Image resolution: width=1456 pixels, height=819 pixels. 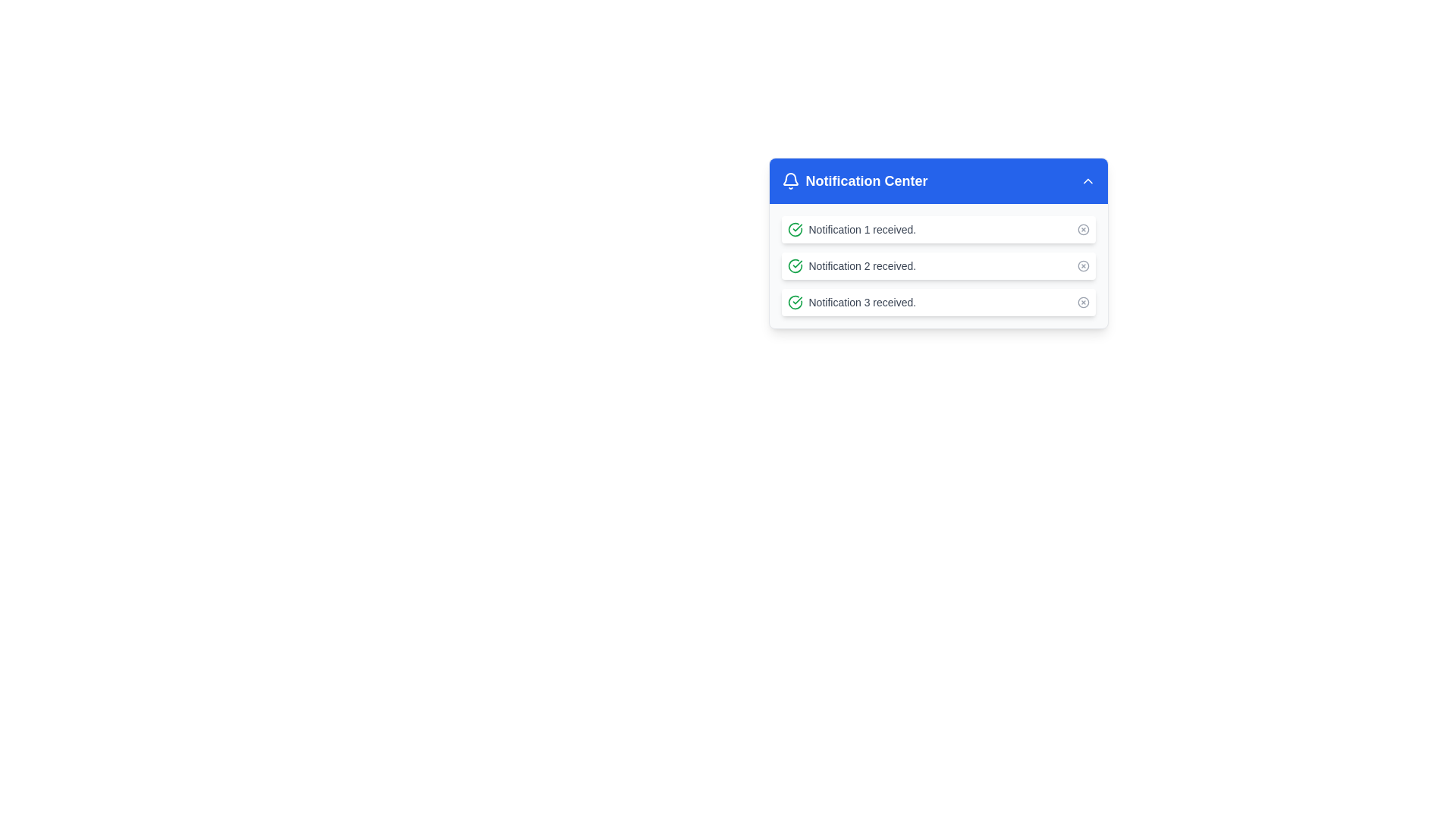 What do you see at coordinates (1087, 180) in the screenshot?
I see `the button` at bounding box center [1087, 180].